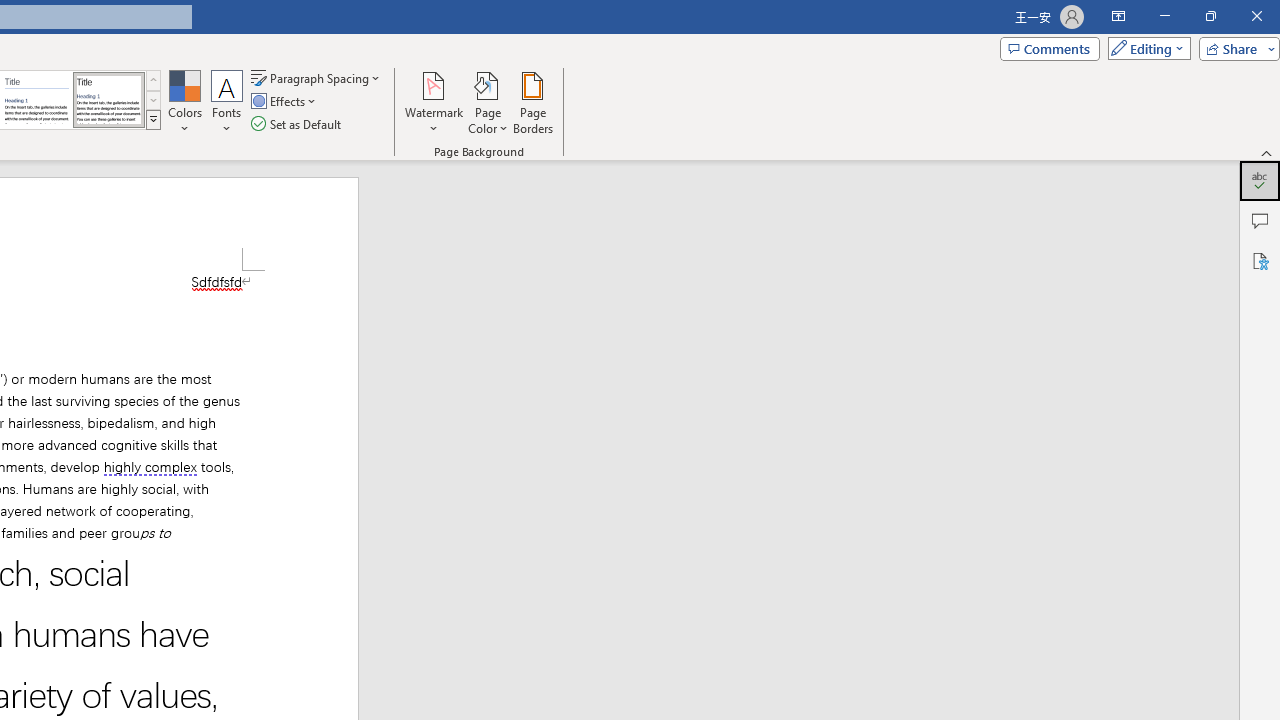  I want to click on 'Page Color', so click(488, 103).